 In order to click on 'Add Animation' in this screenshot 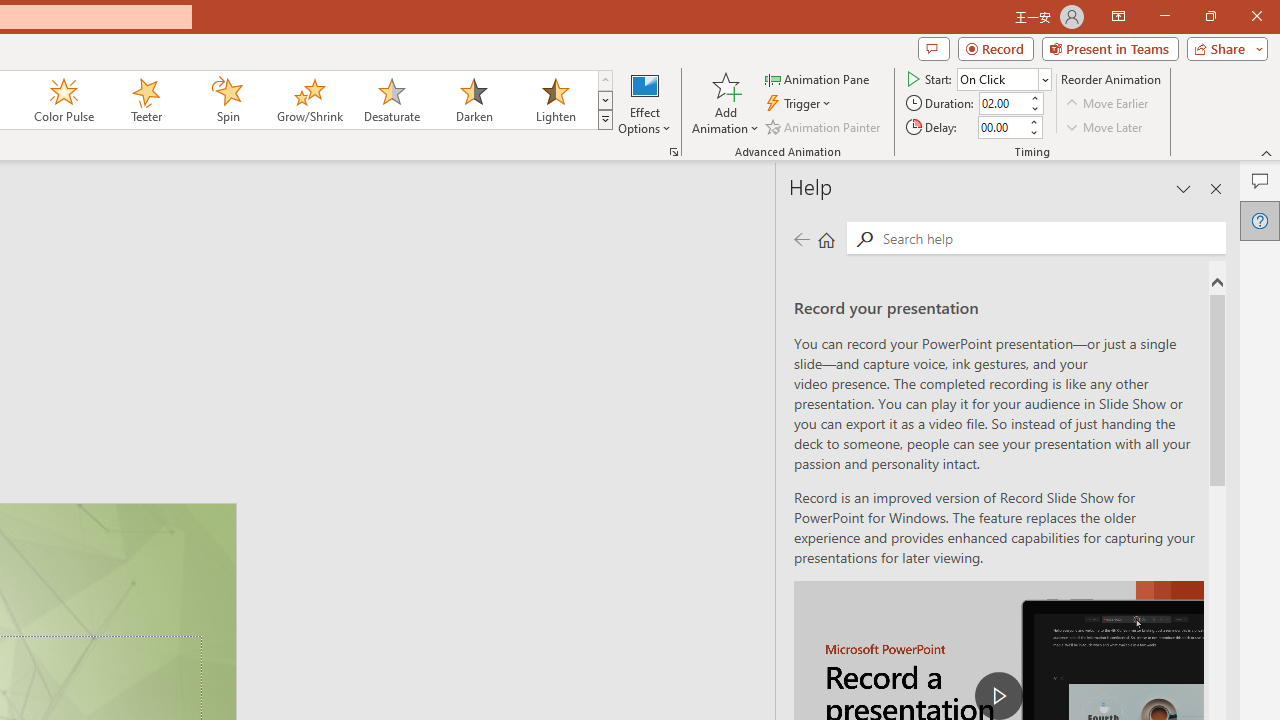, I will do `click(724, 103)`.